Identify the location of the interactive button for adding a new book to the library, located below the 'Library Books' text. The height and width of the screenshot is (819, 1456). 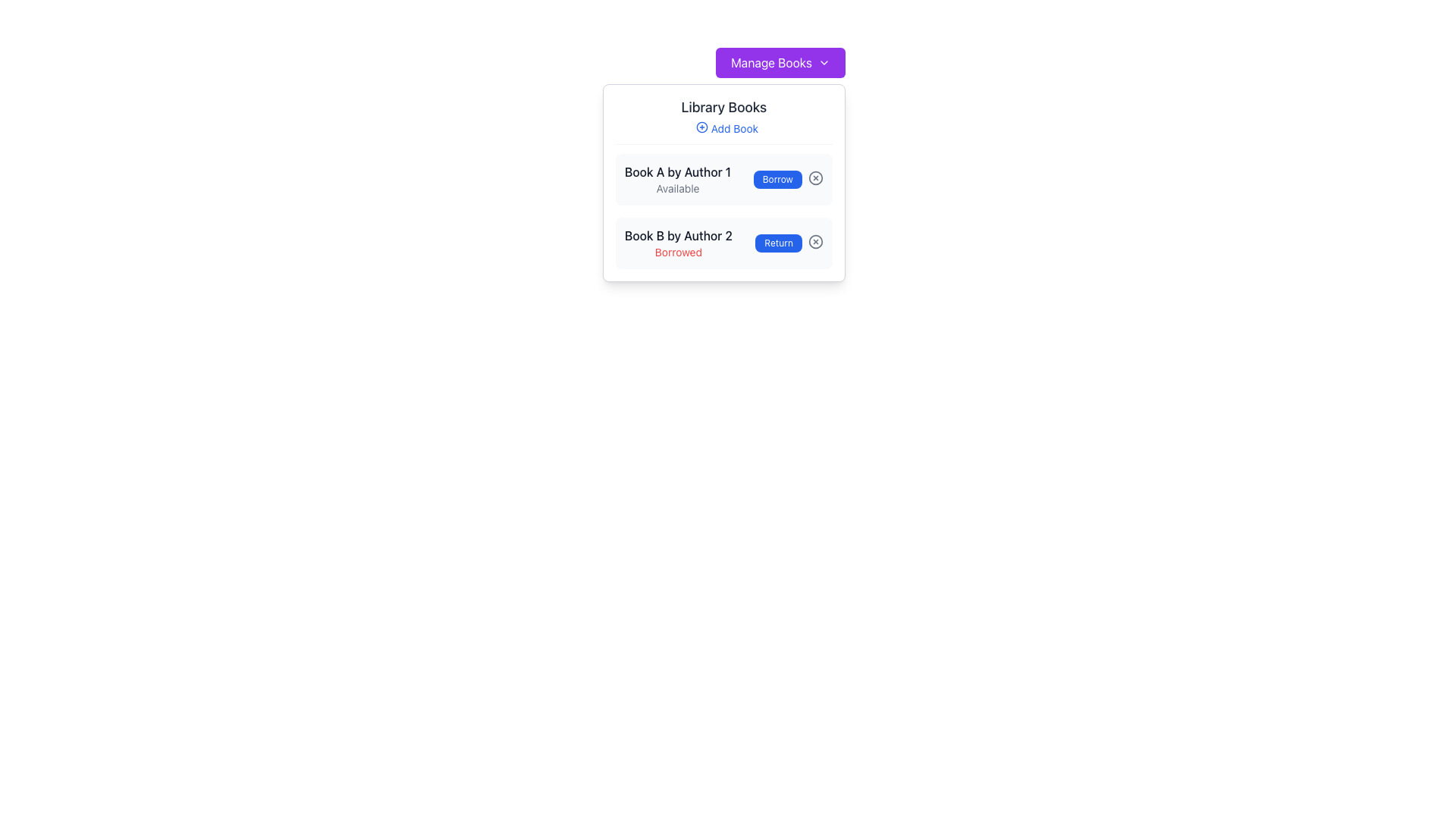
(726, 127).